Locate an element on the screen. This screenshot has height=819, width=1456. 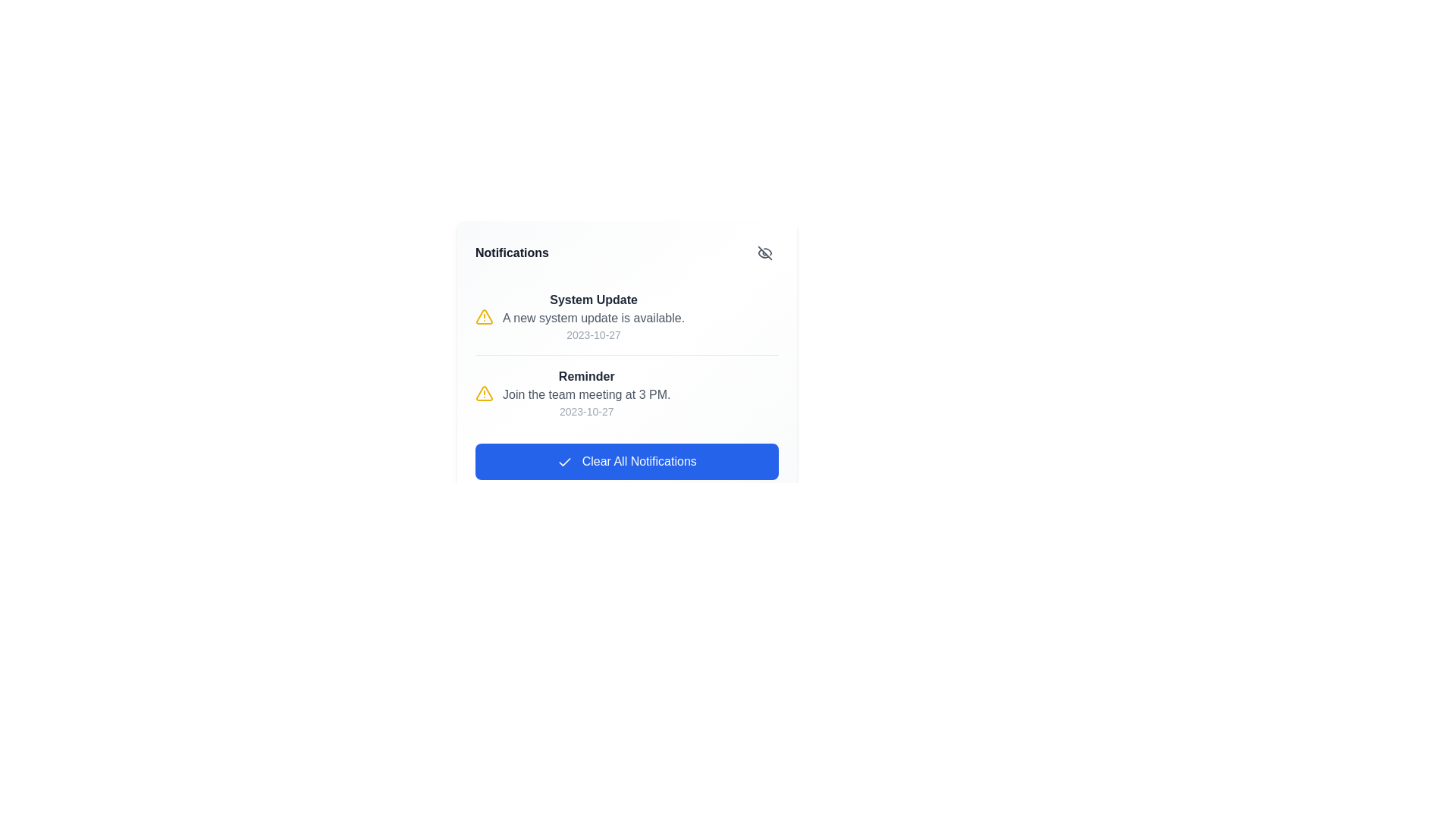
the Alert or Warning Symbol, which is a yellow triangle with a black outline and an exclamation mark, located at the start of the second notification row before the text 'Reminder: Join the team meeting at 3 PM.' is located at coordinates (483, 393).